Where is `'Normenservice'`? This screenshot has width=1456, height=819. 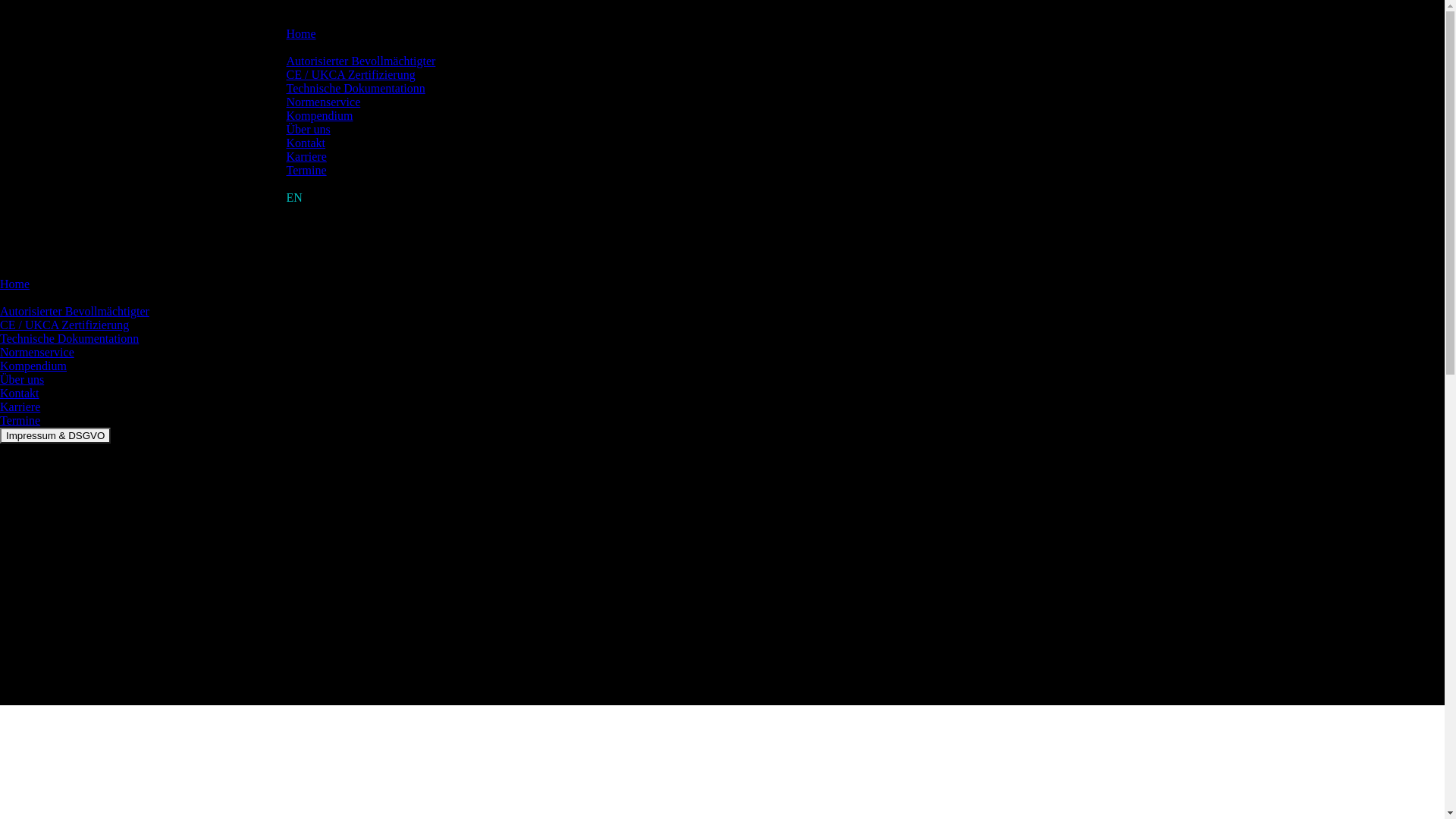 'Normenservice' is located at coordinates (323, 102).